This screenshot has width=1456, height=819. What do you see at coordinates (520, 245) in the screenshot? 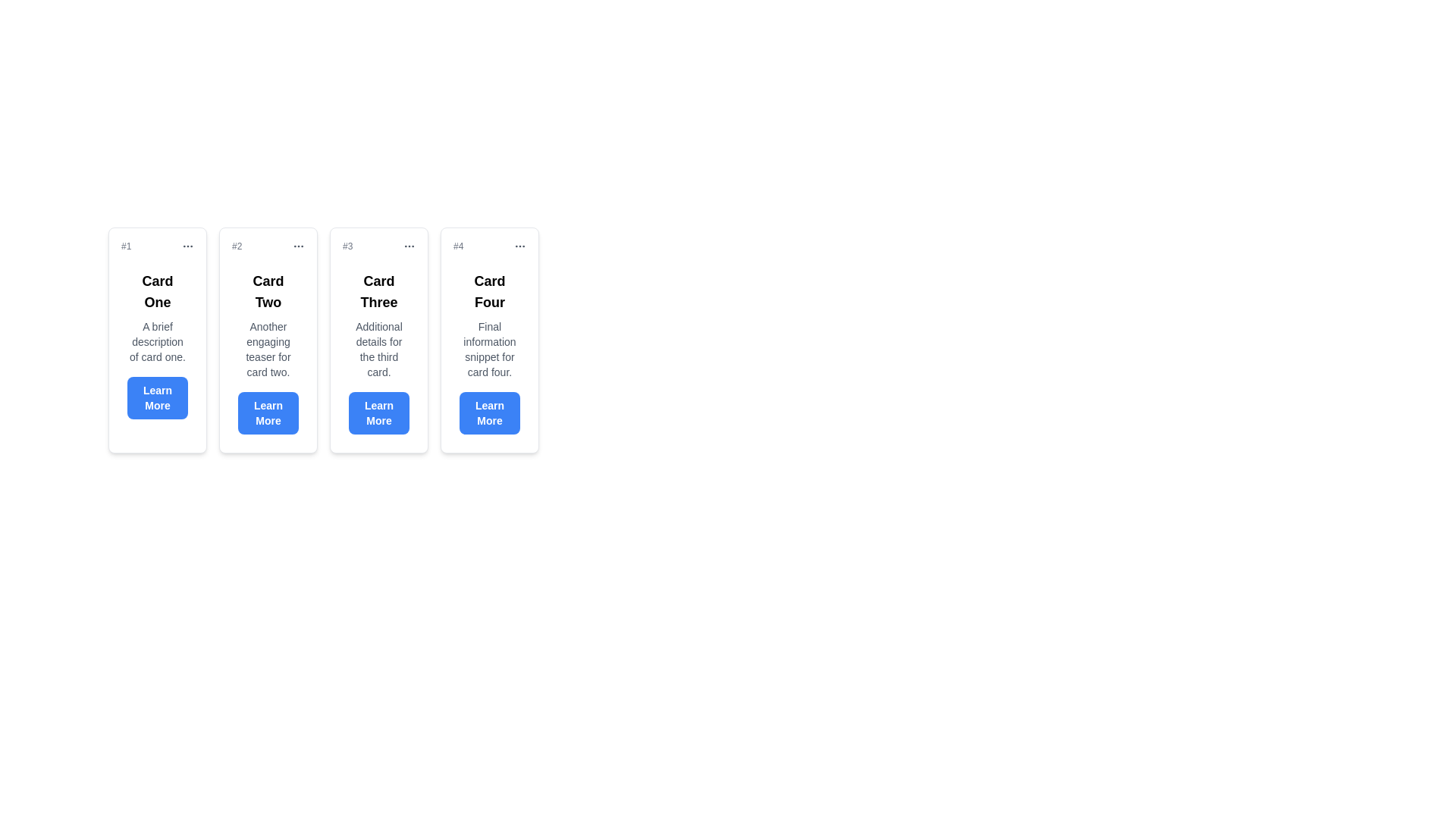
I see `the menu trigger icon located in the top-right corner of the fourth card, adjacent to the title '#4'` at bounding box center [520, 245].